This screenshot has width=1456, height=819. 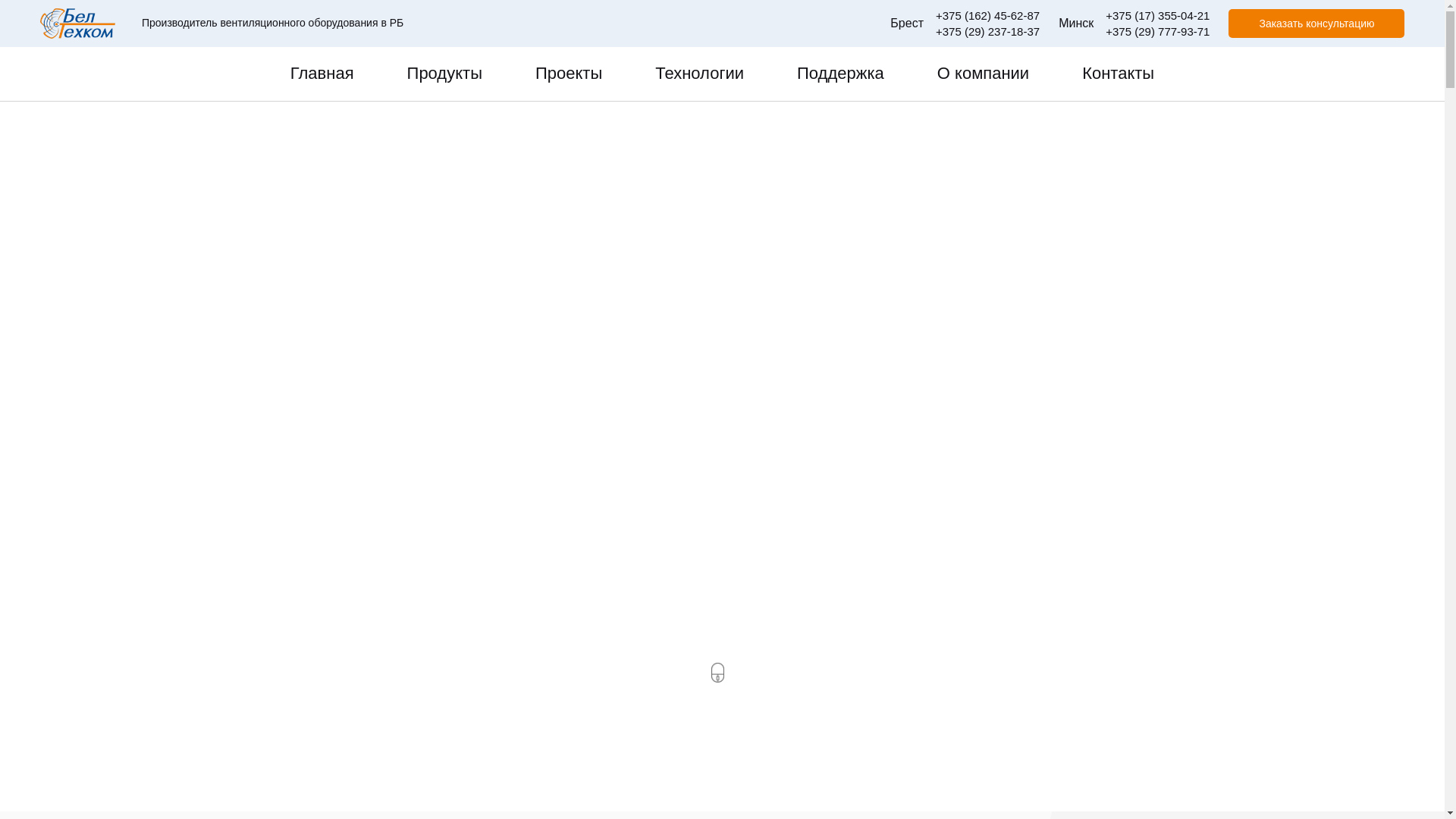 I want to click on '+375 (29) 777-93-71', so click(x=1156, y=31).